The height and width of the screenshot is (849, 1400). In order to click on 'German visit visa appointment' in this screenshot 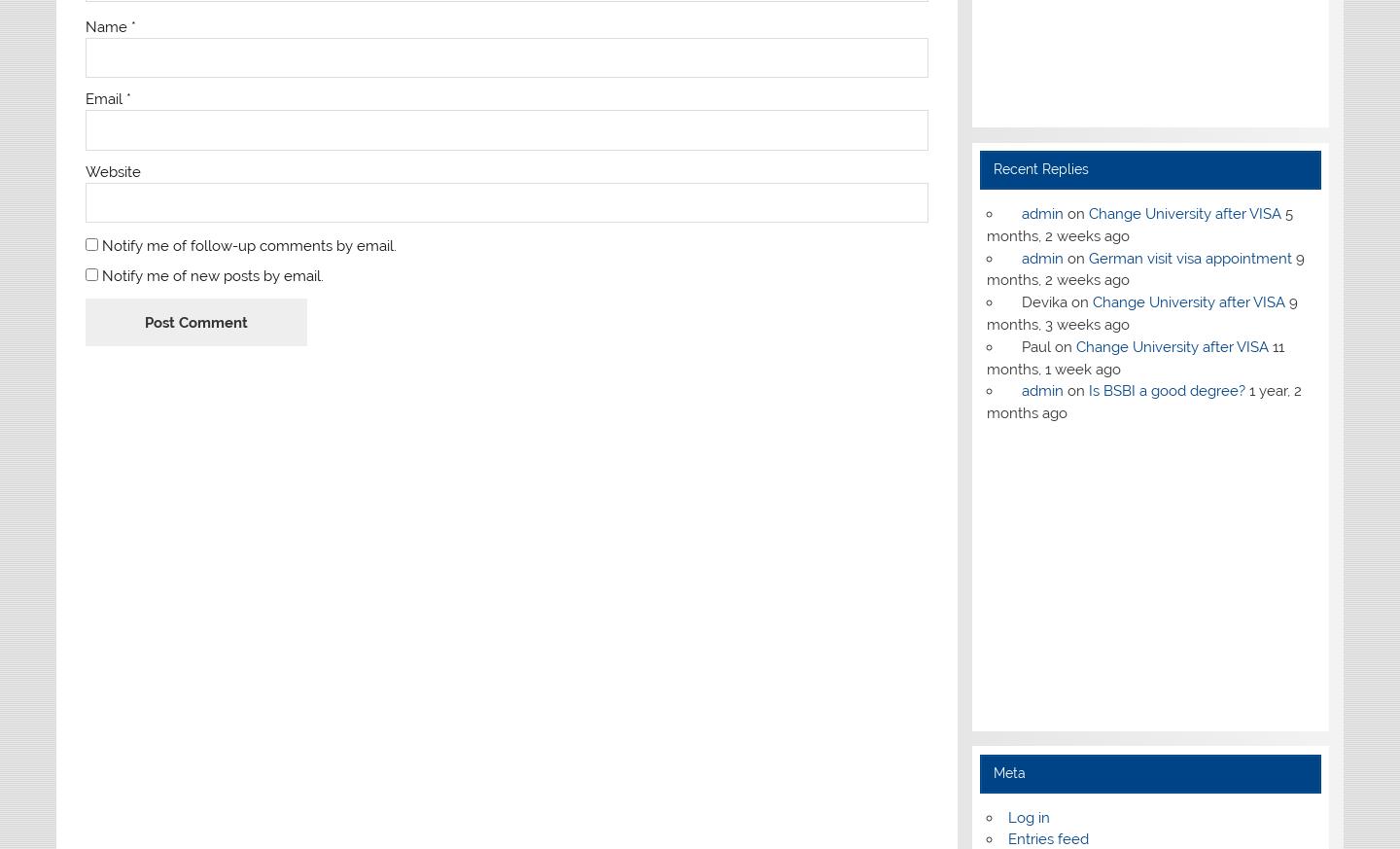, I will do `click(1087, 258)`.